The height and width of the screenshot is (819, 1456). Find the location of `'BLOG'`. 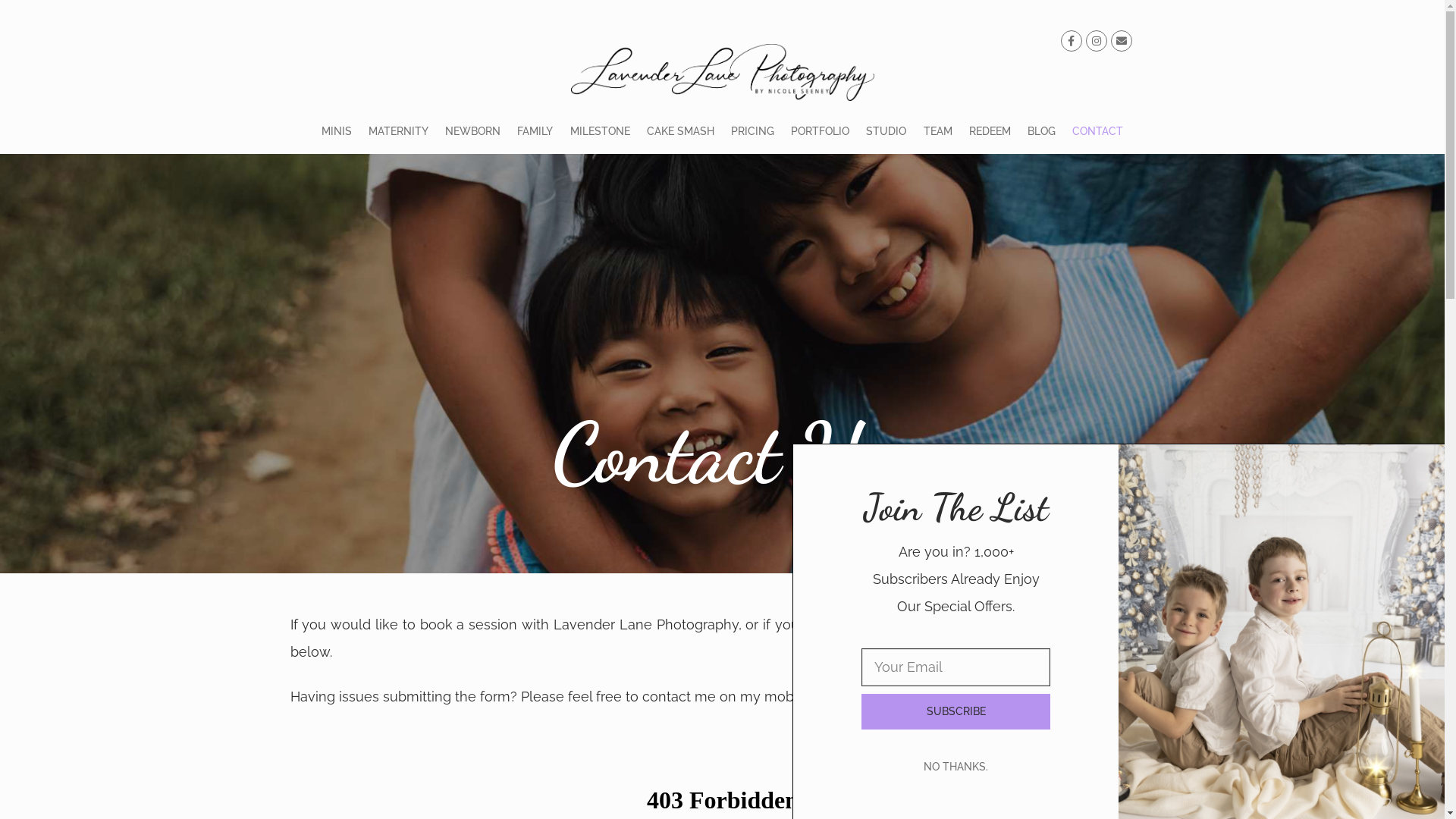

'BLOG' is located at coordinates (1040, 130).